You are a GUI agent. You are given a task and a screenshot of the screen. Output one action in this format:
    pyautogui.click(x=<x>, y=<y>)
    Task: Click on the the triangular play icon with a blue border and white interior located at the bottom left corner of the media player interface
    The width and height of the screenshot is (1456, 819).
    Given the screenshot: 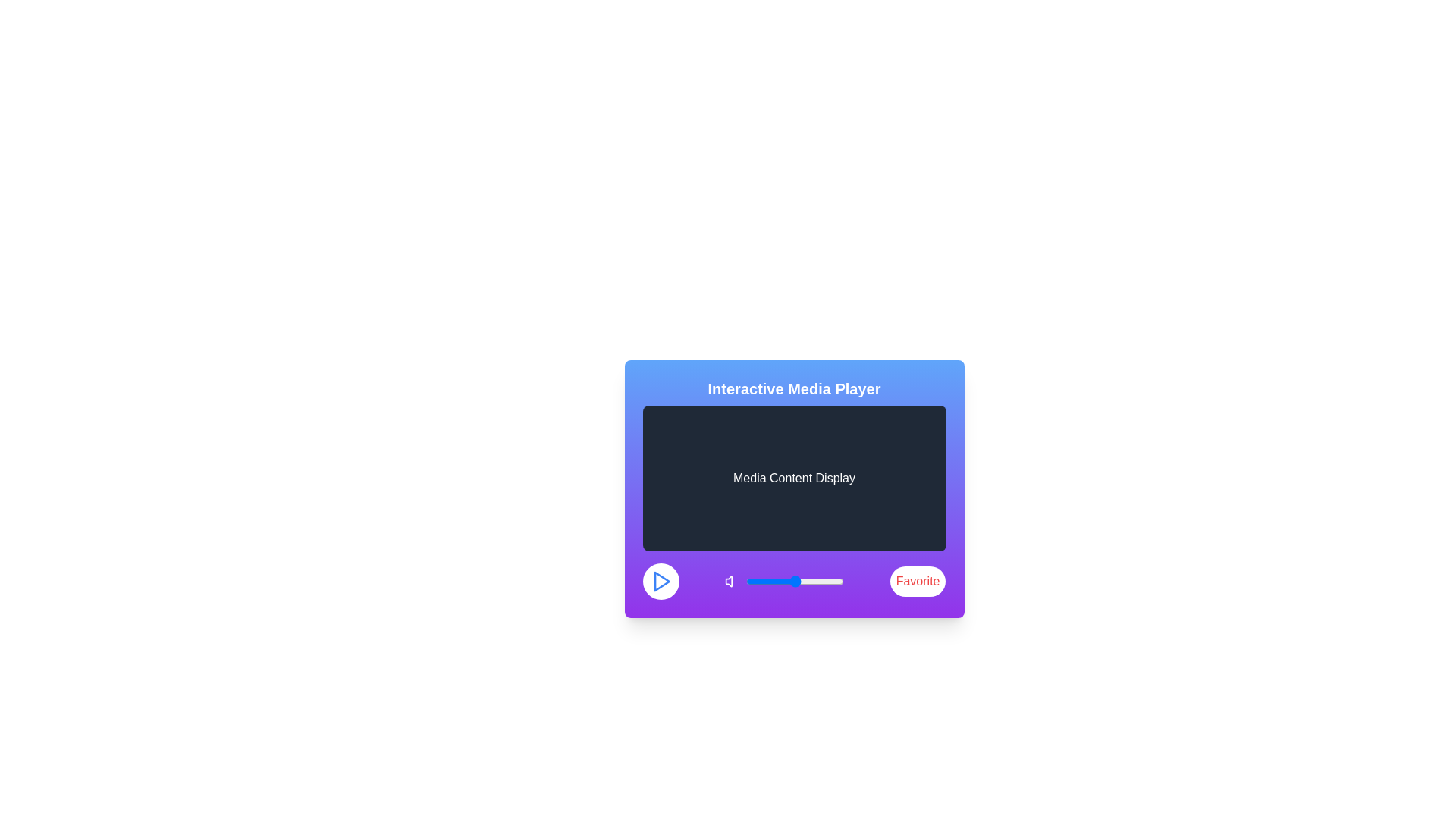 What is the action you would take?
    pyautogui.click(x=661, y=581)
    